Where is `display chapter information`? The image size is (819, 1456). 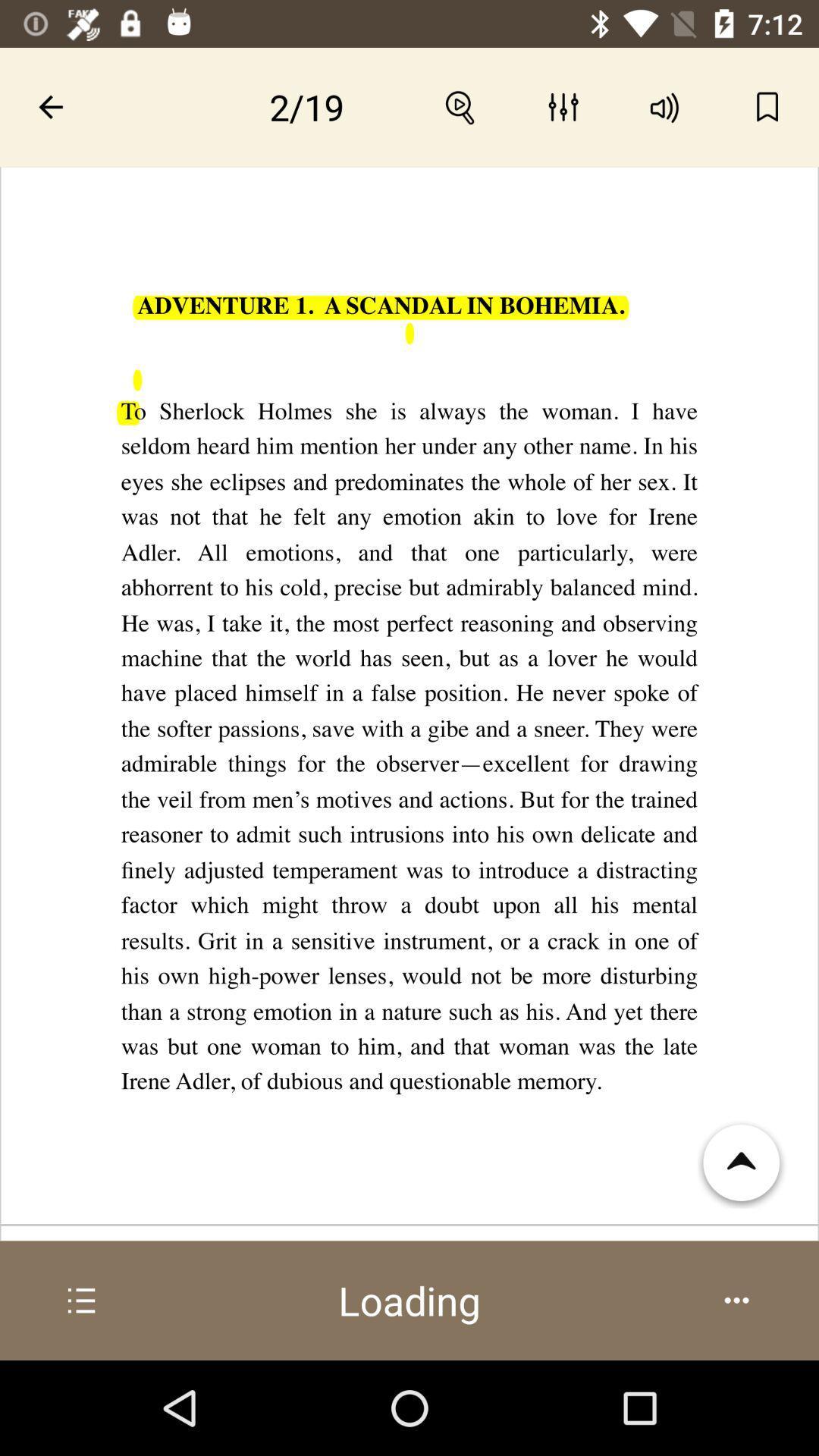
display chapter information is located at coordinates (82, 1300).